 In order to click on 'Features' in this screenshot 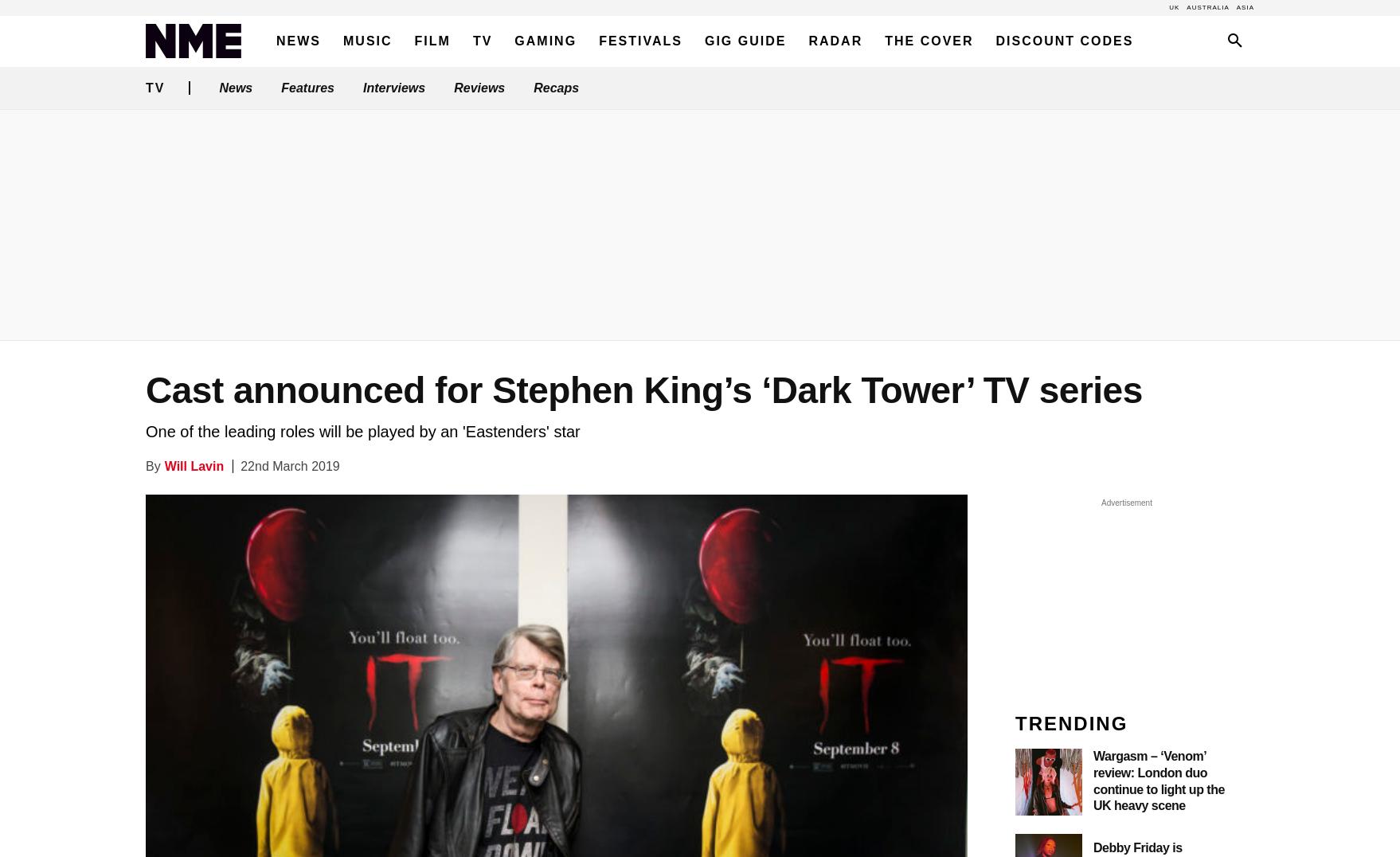, I will do `click(307, 87)`.